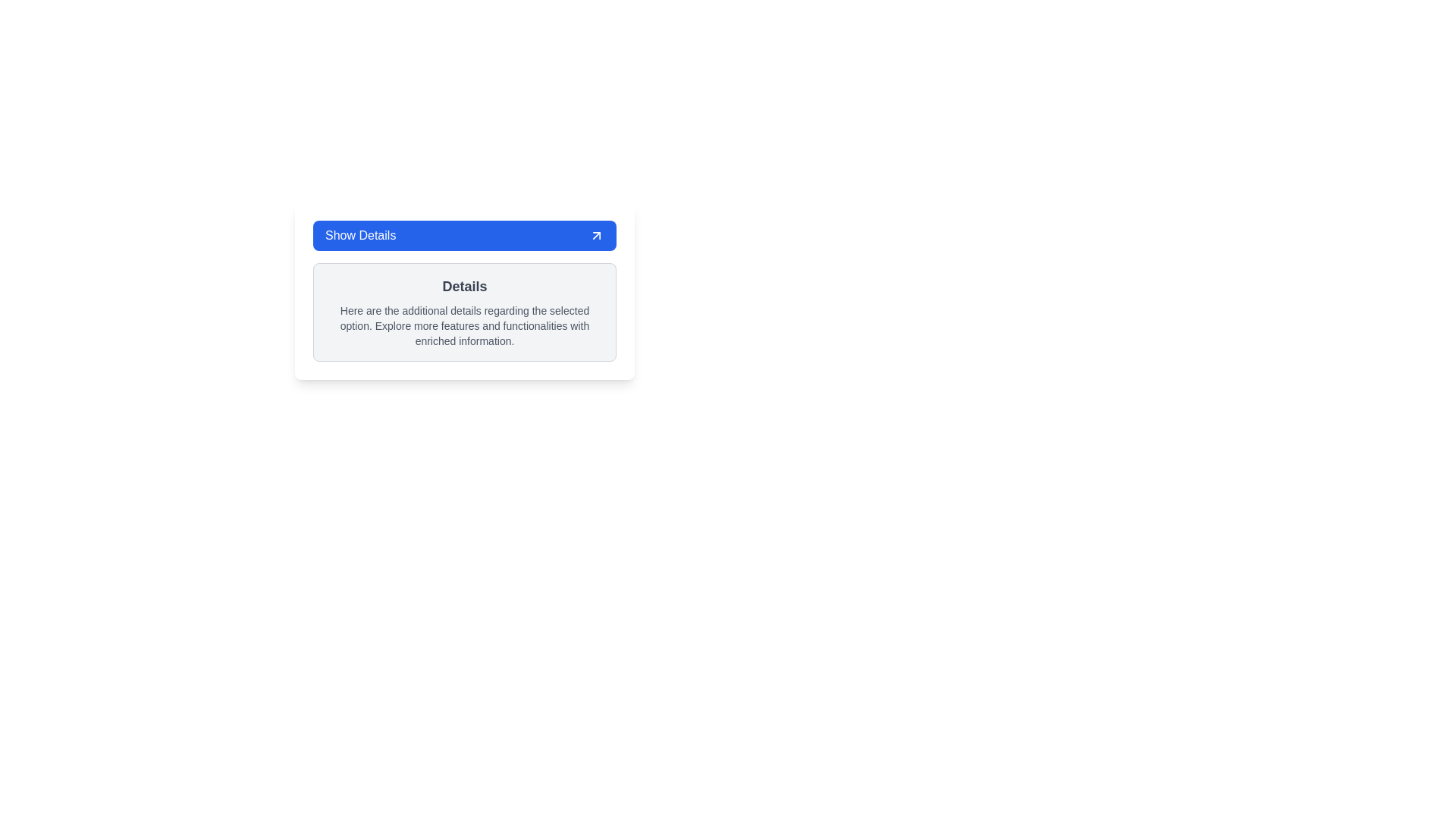 The height and width of the screenshot is (819, 1456). What do you see at coordinates (359, 236) in the screenshot?
I see `the text label inside the blue button at the top of the card, which indicates the function` at bounding box center [359, 236].